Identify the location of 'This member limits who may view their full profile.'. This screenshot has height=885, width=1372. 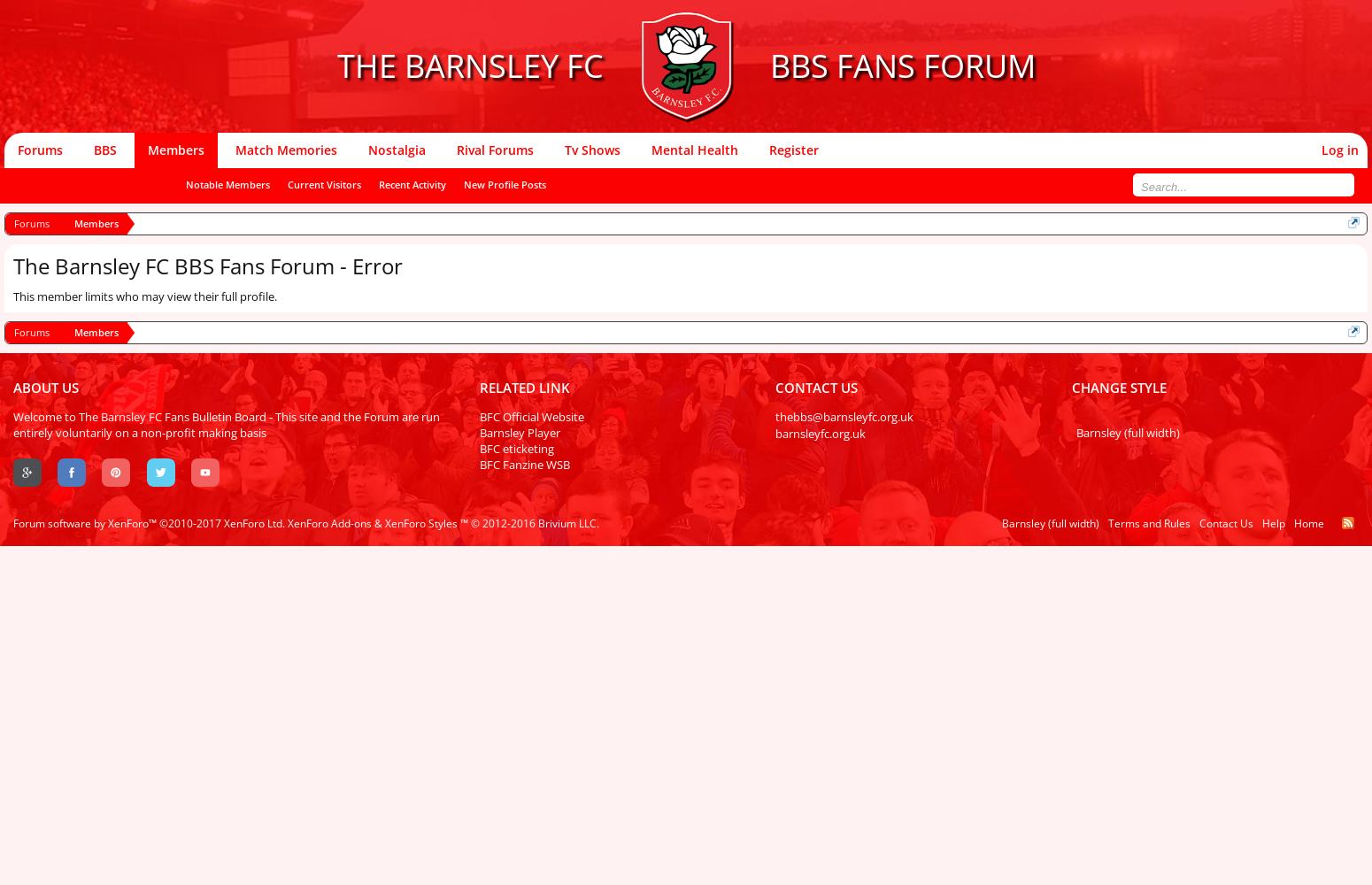
(143, 295).